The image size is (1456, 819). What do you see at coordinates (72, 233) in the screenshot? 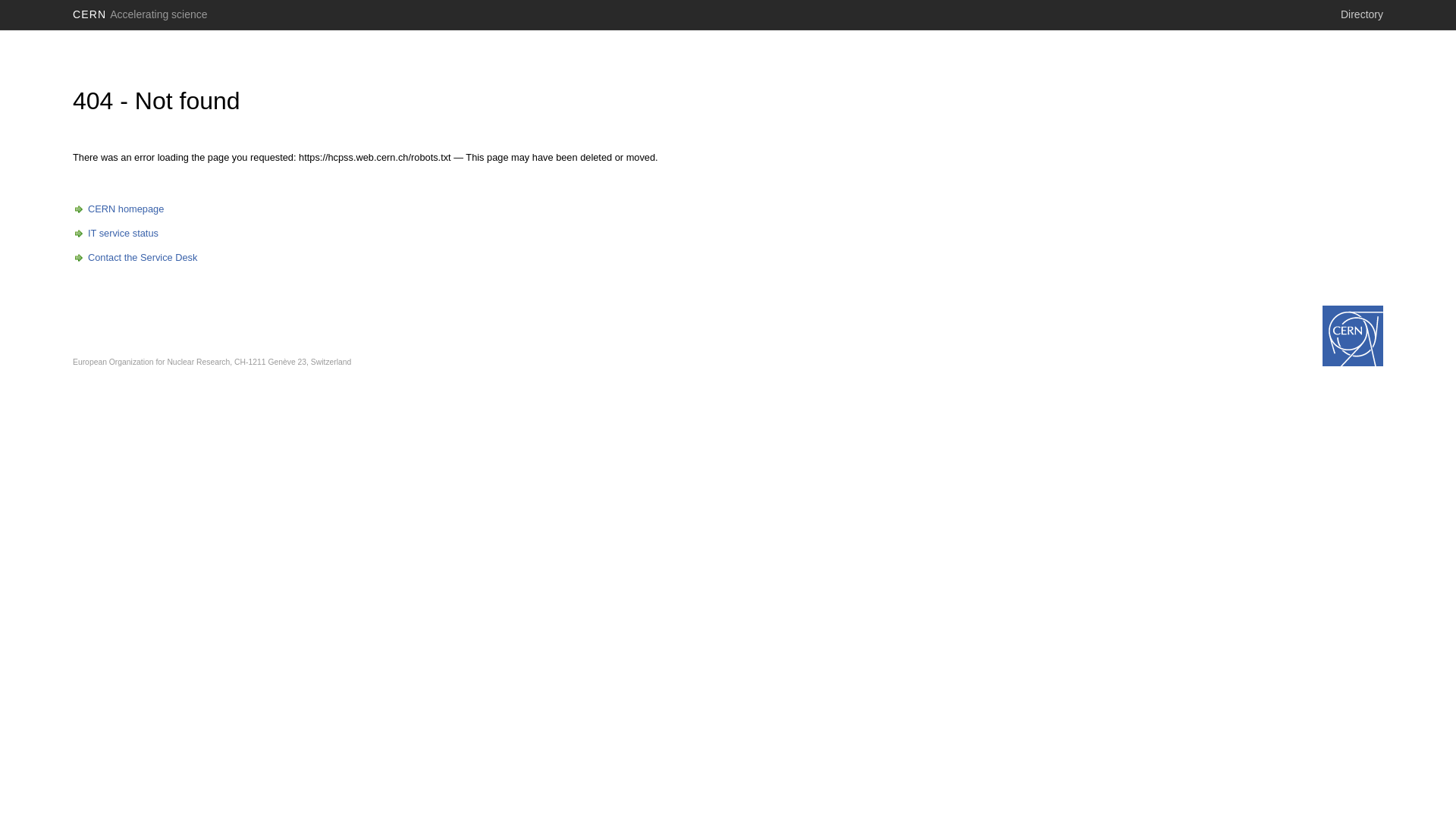
I see `'IT service status'` at bounding box center [72, 233].